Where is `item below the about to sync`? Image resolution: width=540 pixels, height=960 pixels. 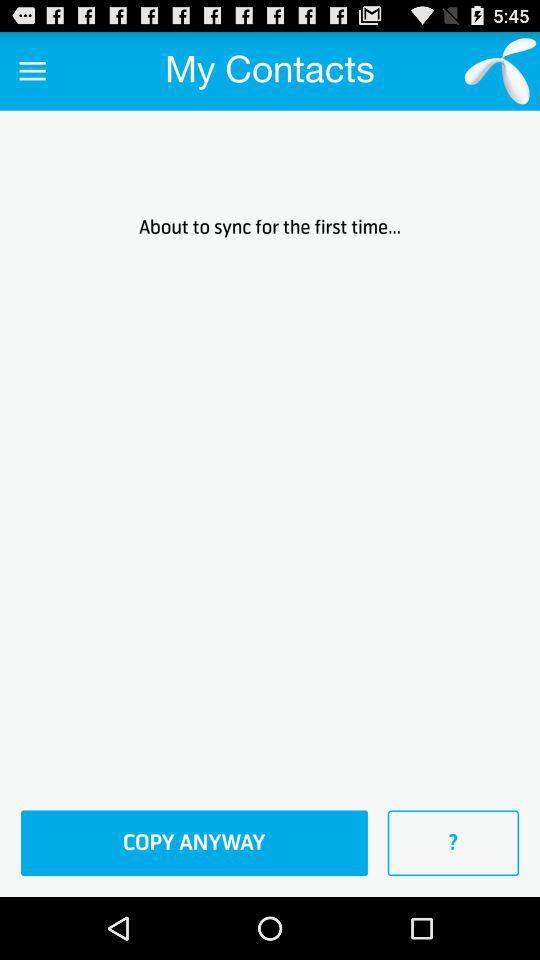 item below the about to sync is located at coordinates (194, 842).